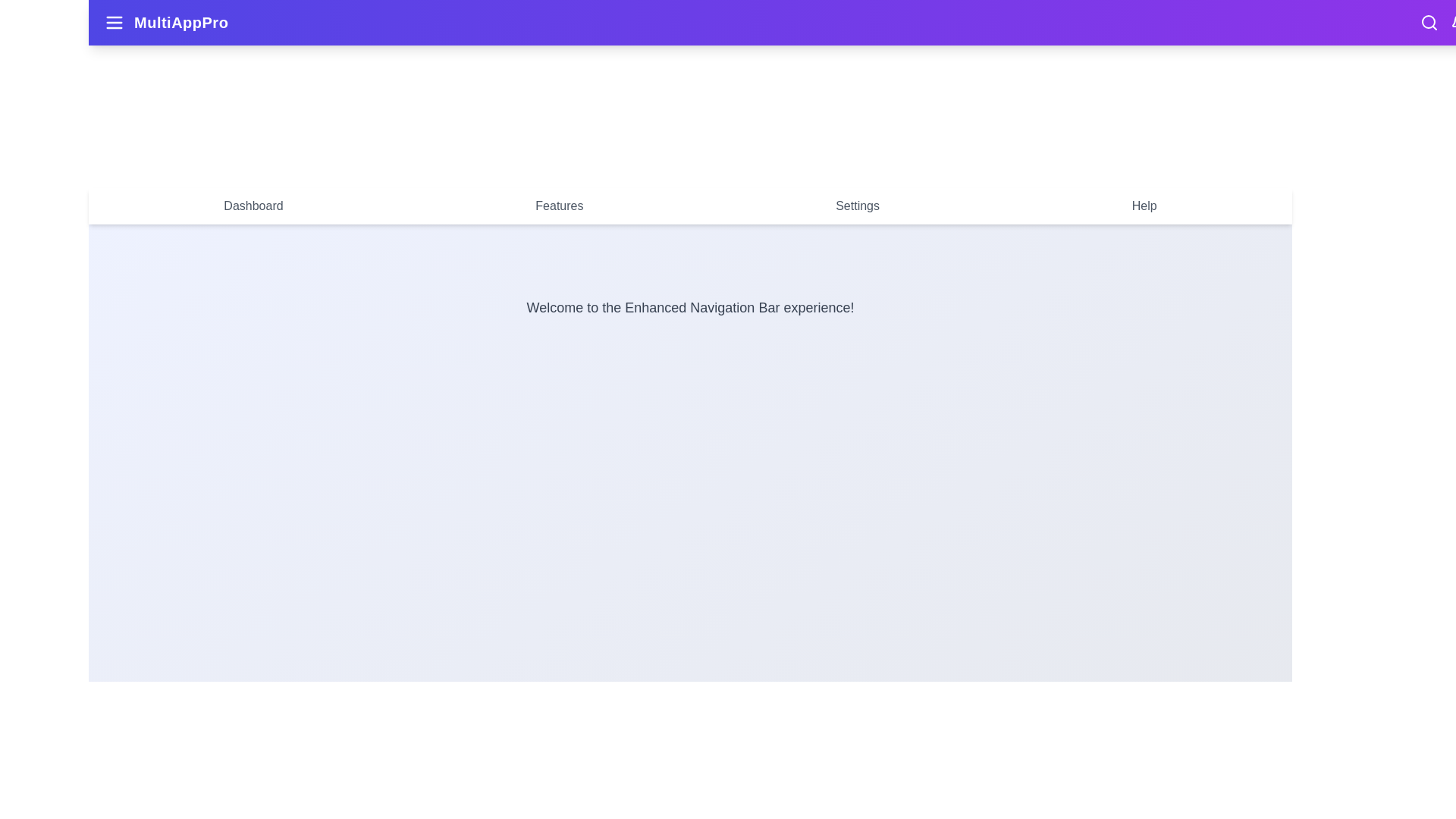  I want to click on the navigation menu item labeled Dashboard, so click(253, 206).